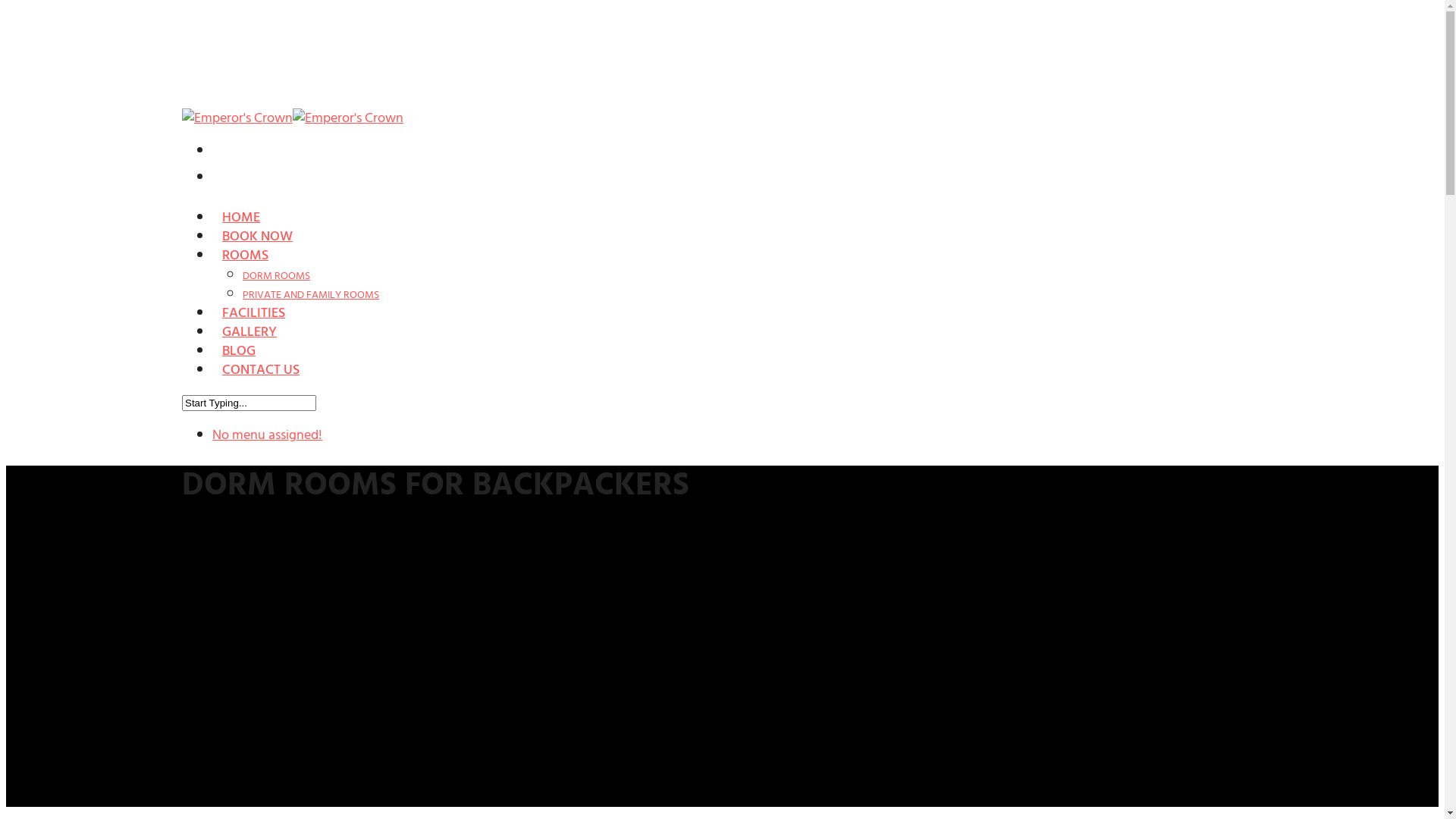  What do you see at coordinates (211, 341) in the screenshot?
I see `'GALLERY'` at bounding box center [211, 341].